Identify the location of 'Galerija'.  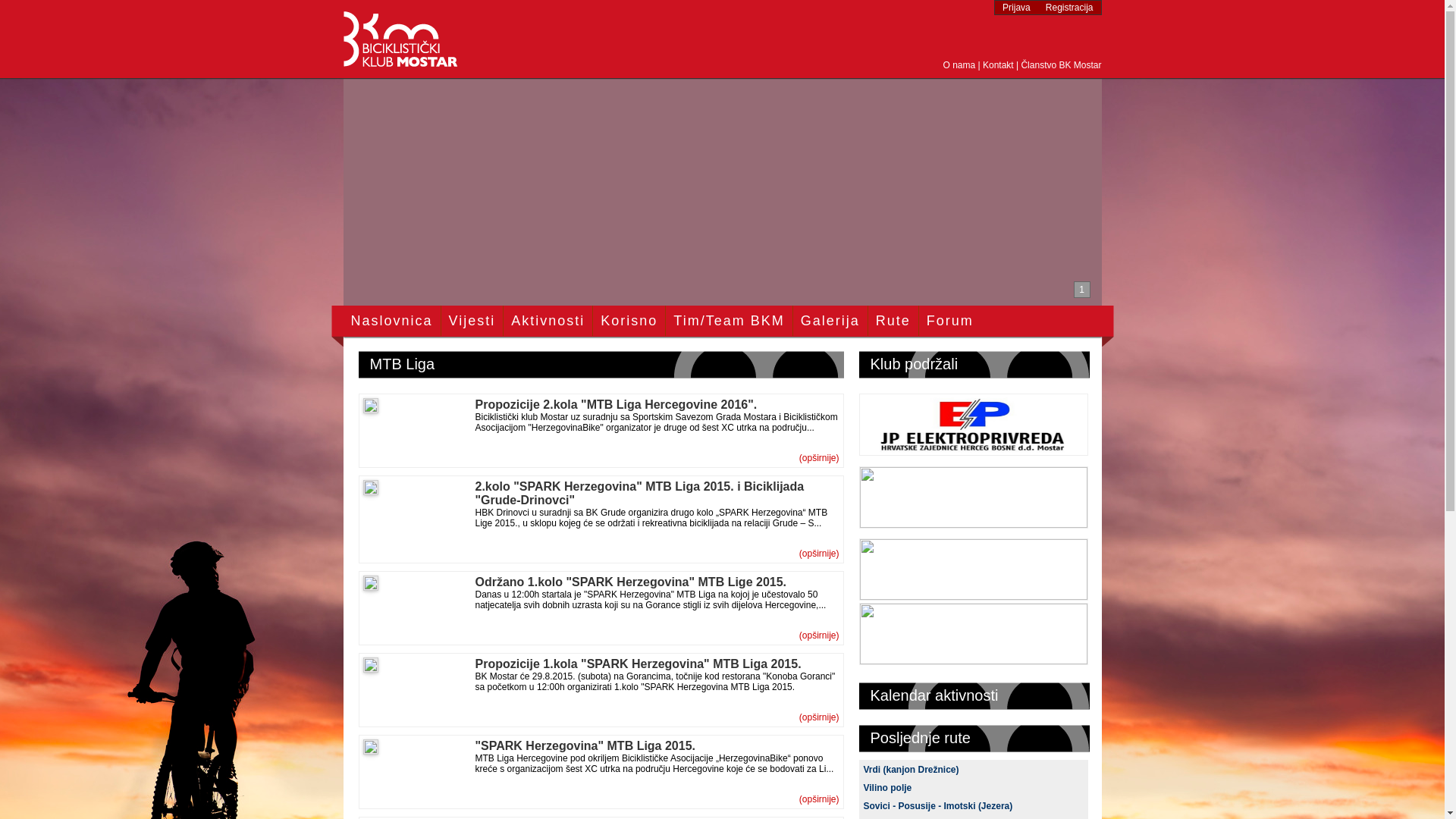
(800, 320).